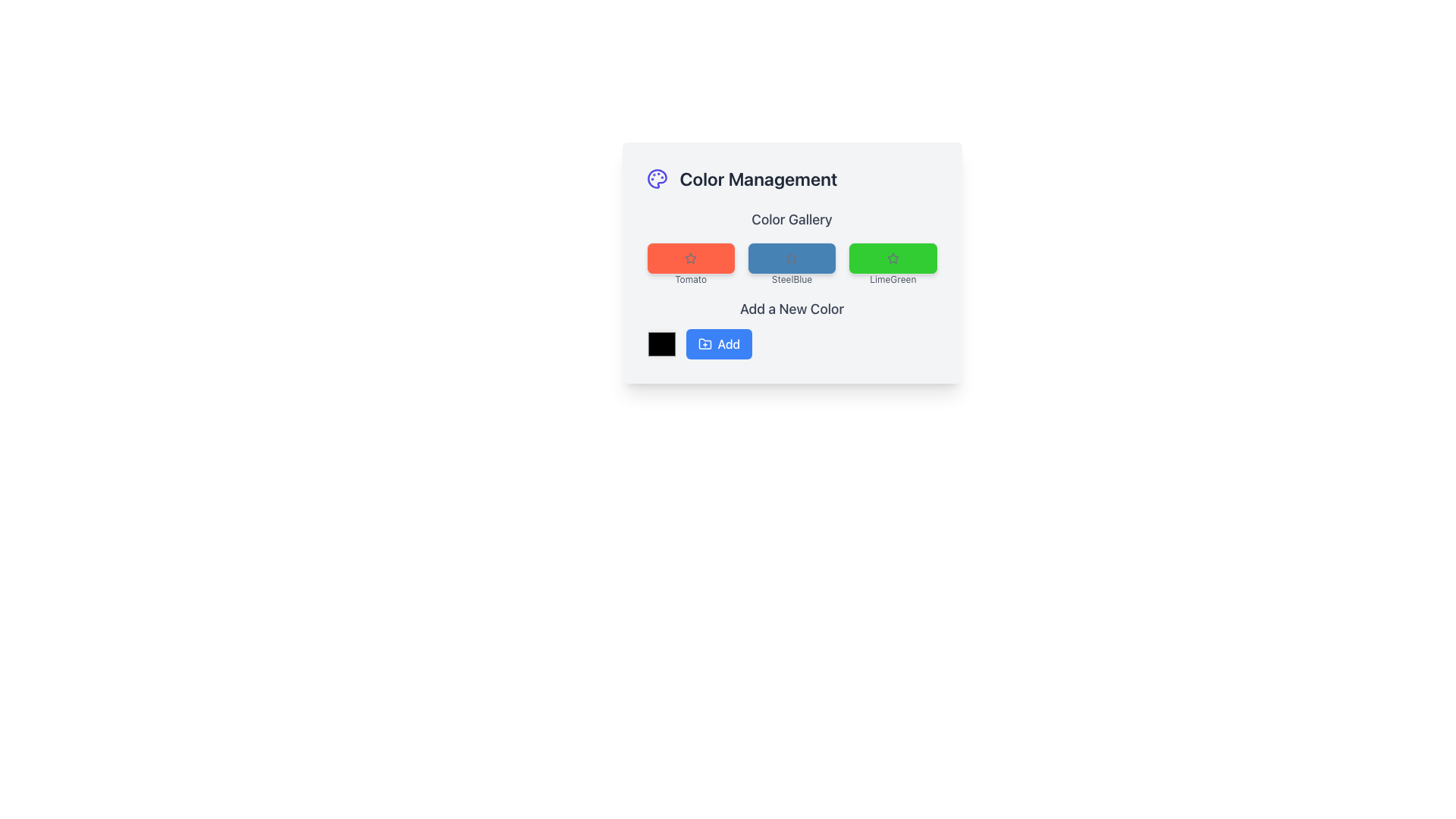 This screenshot has width=1456, height=819. What do you see at coordinates (893, 280) in the screenshot?
I see `text label located directly underneath the green rectangle in the 'Color Gallery' section, which indicates the name or description associated with it` at bounding box center [893, 280].